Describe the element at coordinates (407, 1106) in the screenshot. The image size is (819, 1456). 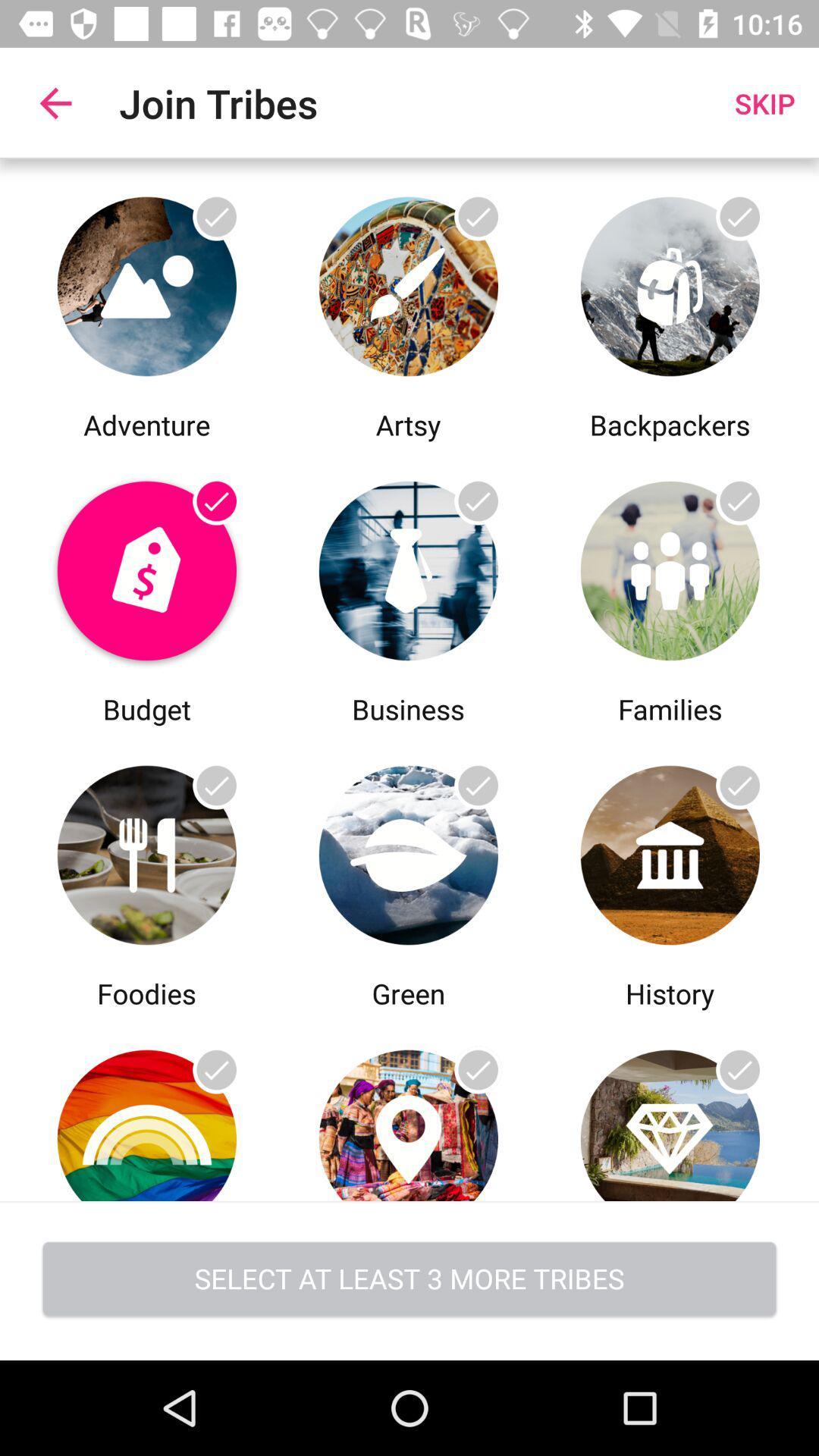
I see `this tribe` at that location.